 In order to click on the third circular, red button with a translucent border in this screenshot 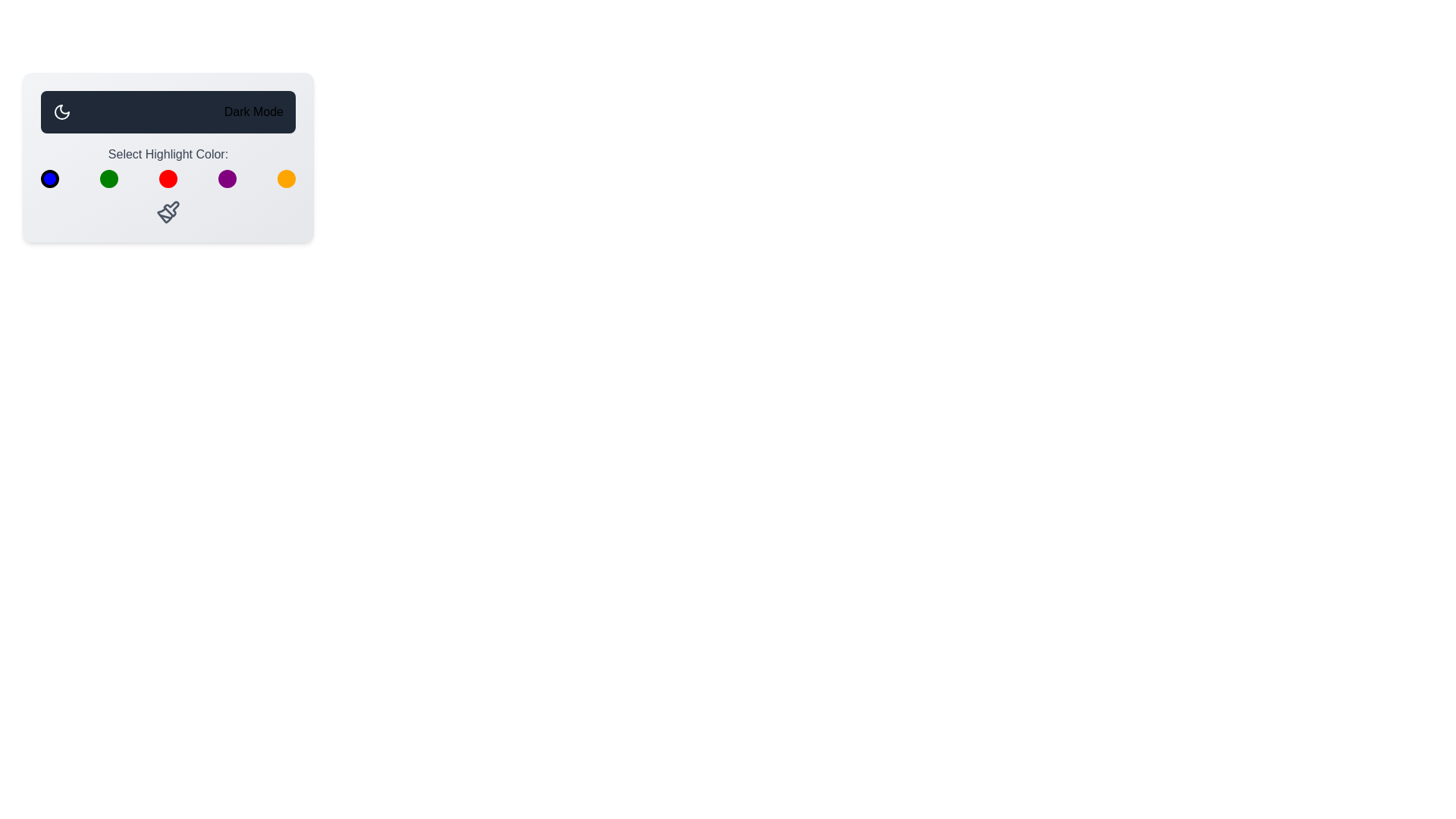, I will do `click(168, 177)`.